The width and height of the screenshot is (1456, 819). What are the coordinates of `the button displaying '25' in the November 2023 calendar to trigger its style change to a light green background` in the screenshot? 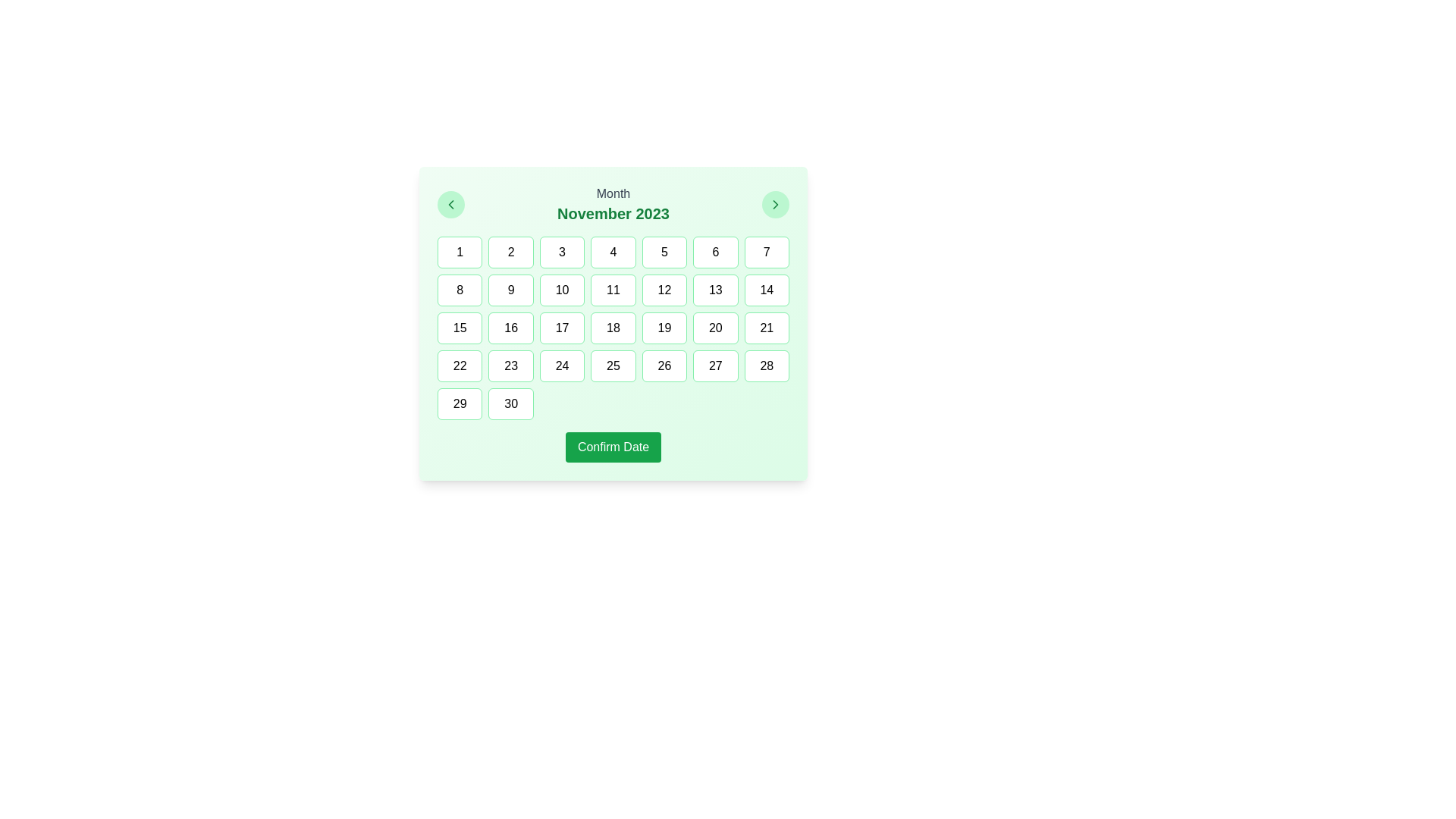 It's located at (613, 366).